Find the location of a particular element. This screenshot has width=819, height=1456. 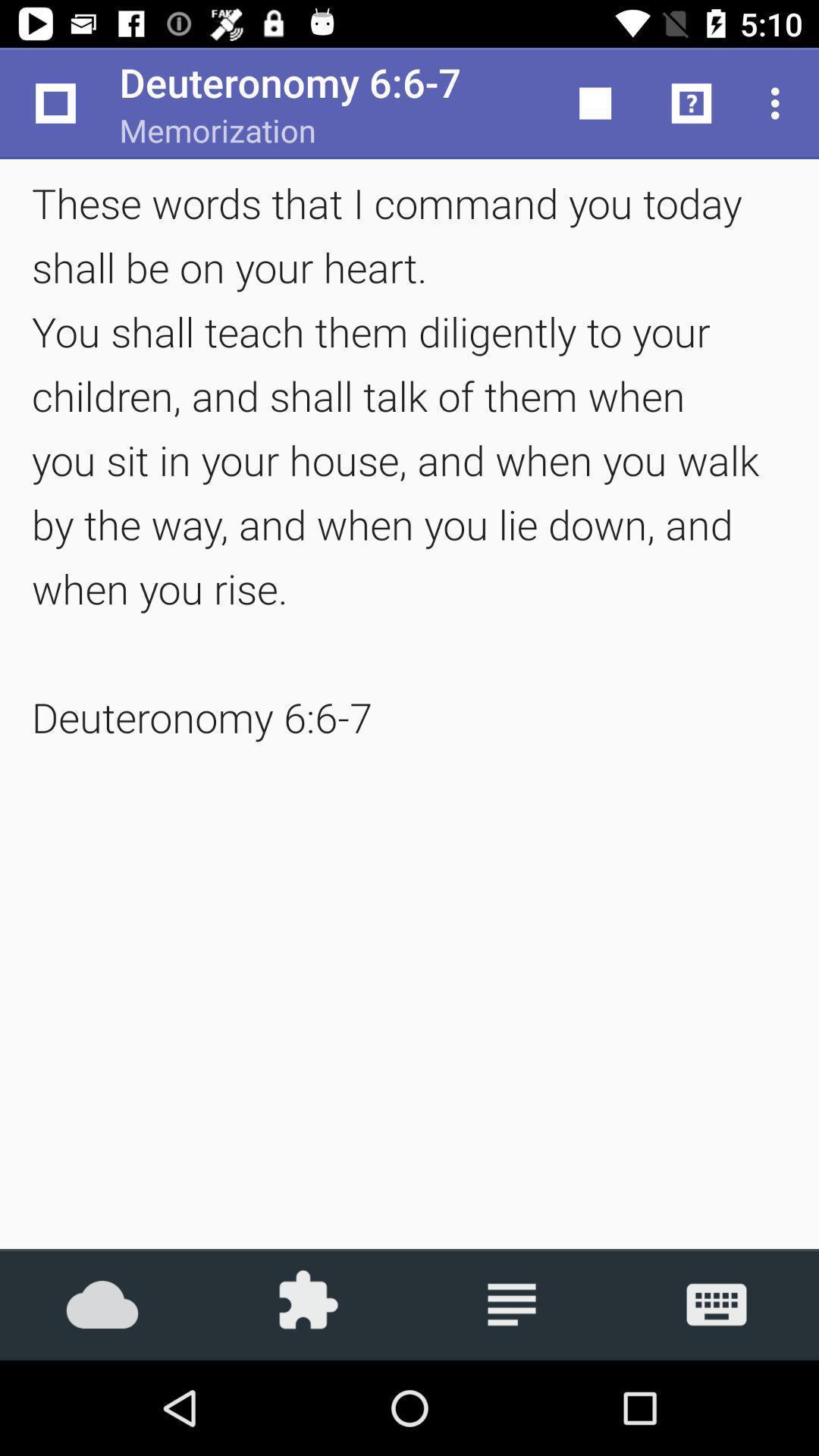

pull up keyboard is located at coordinates (717, 1304).